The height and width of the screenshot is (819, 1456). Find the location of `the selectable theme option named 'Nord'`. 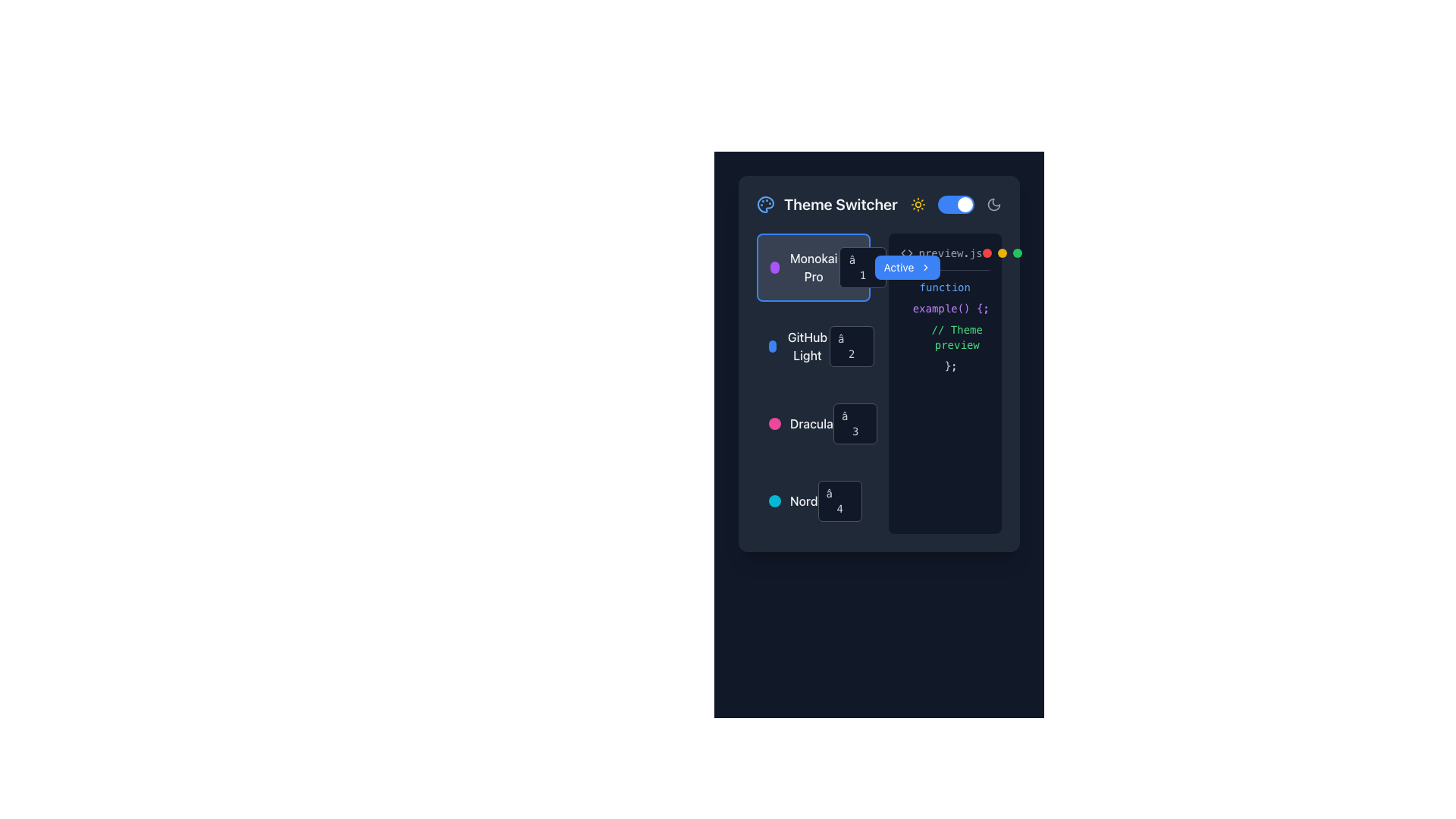

the selectable theme option named 'Nord' is located at coordinates (812, 500).